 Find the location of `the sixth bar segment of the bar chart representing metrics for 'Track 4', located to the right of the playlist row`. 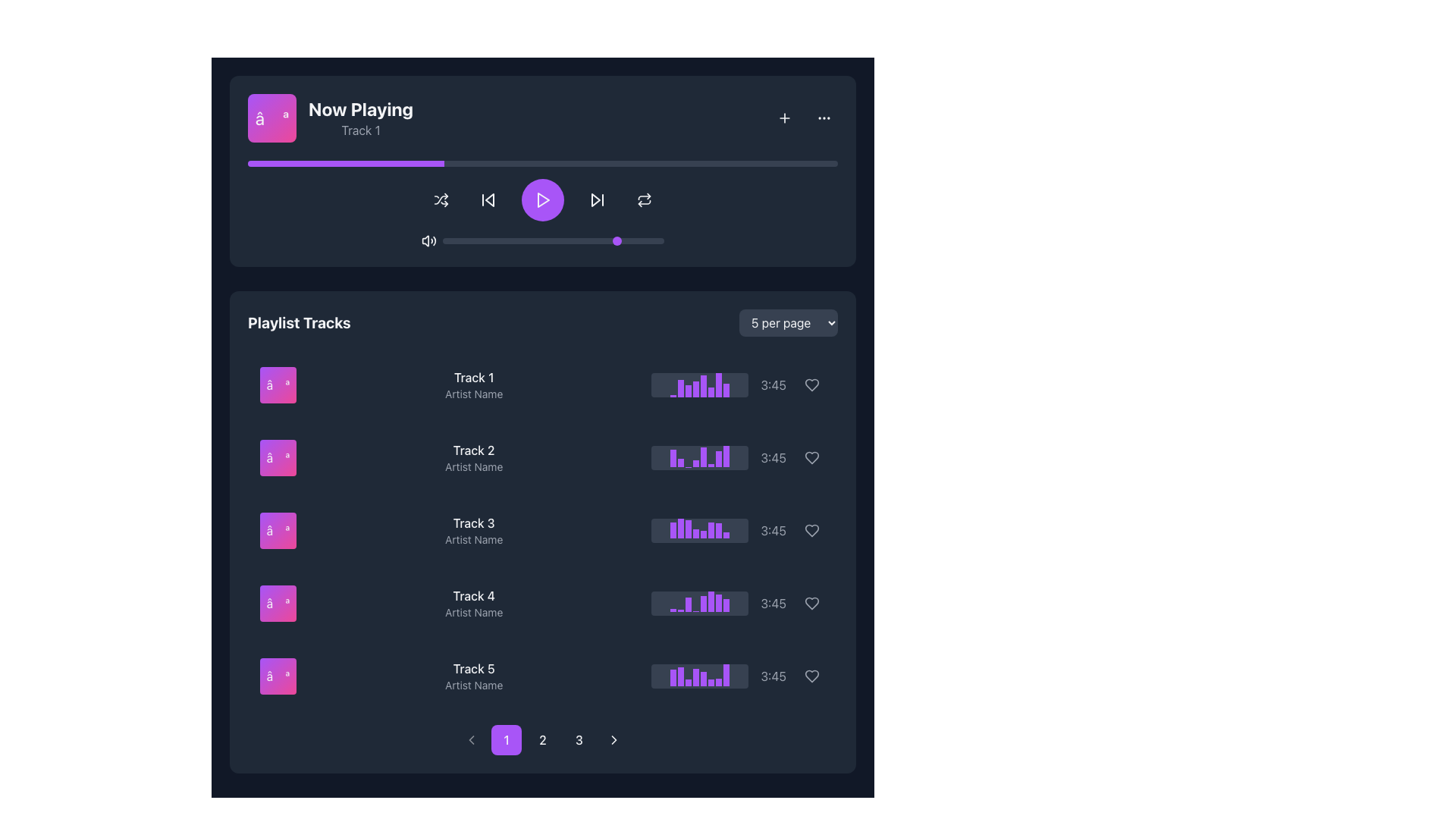

the sixth bar segment of the bar chart representing metrics for 'Track 4', located to the right of the playlist row is located at coordinates (711, 601).